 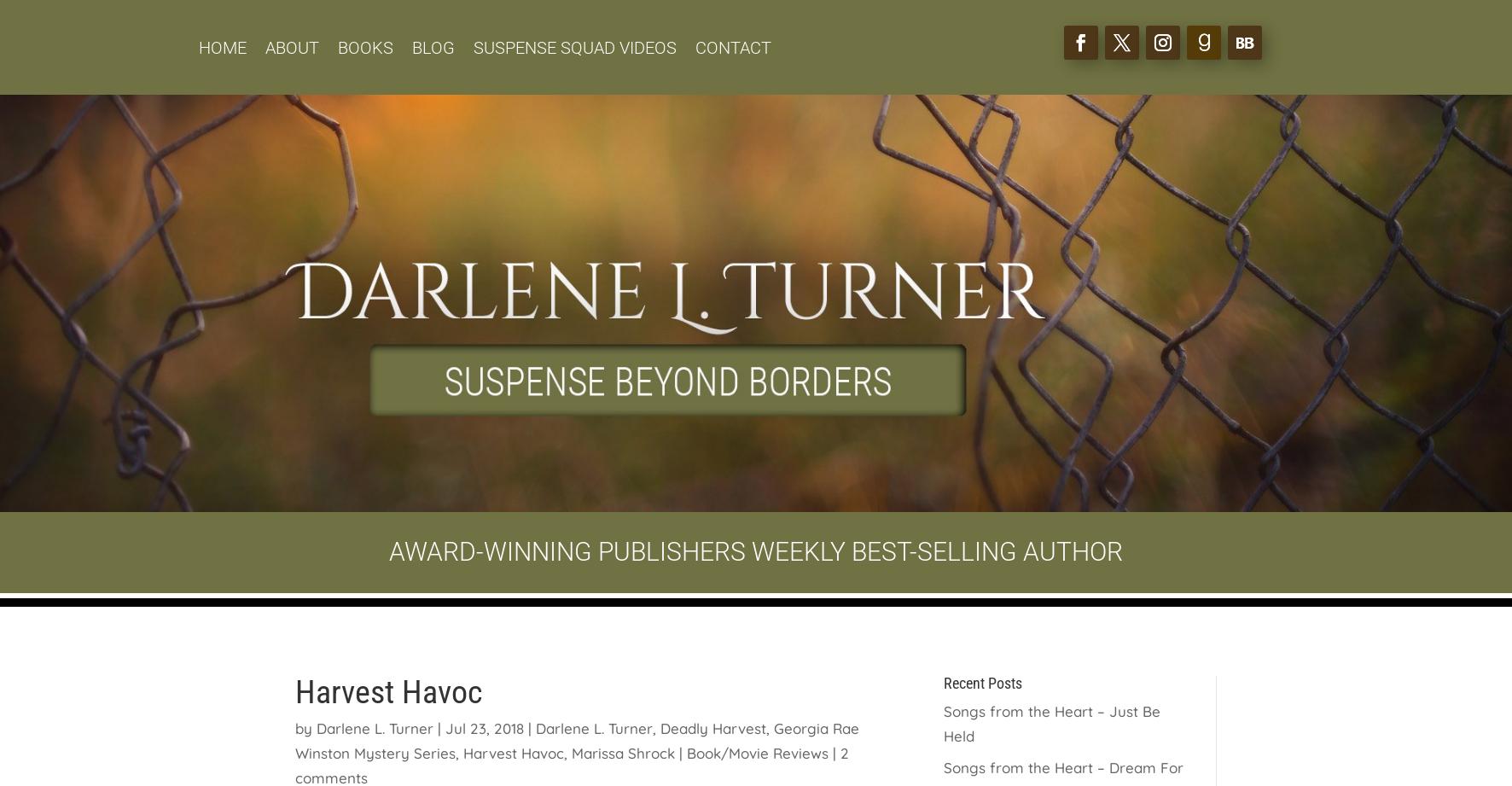 What do you see at coordinates (756, 751) in the screenshot?
I see `'Book/Movie Reviews'` at bounding box center [756, 751].